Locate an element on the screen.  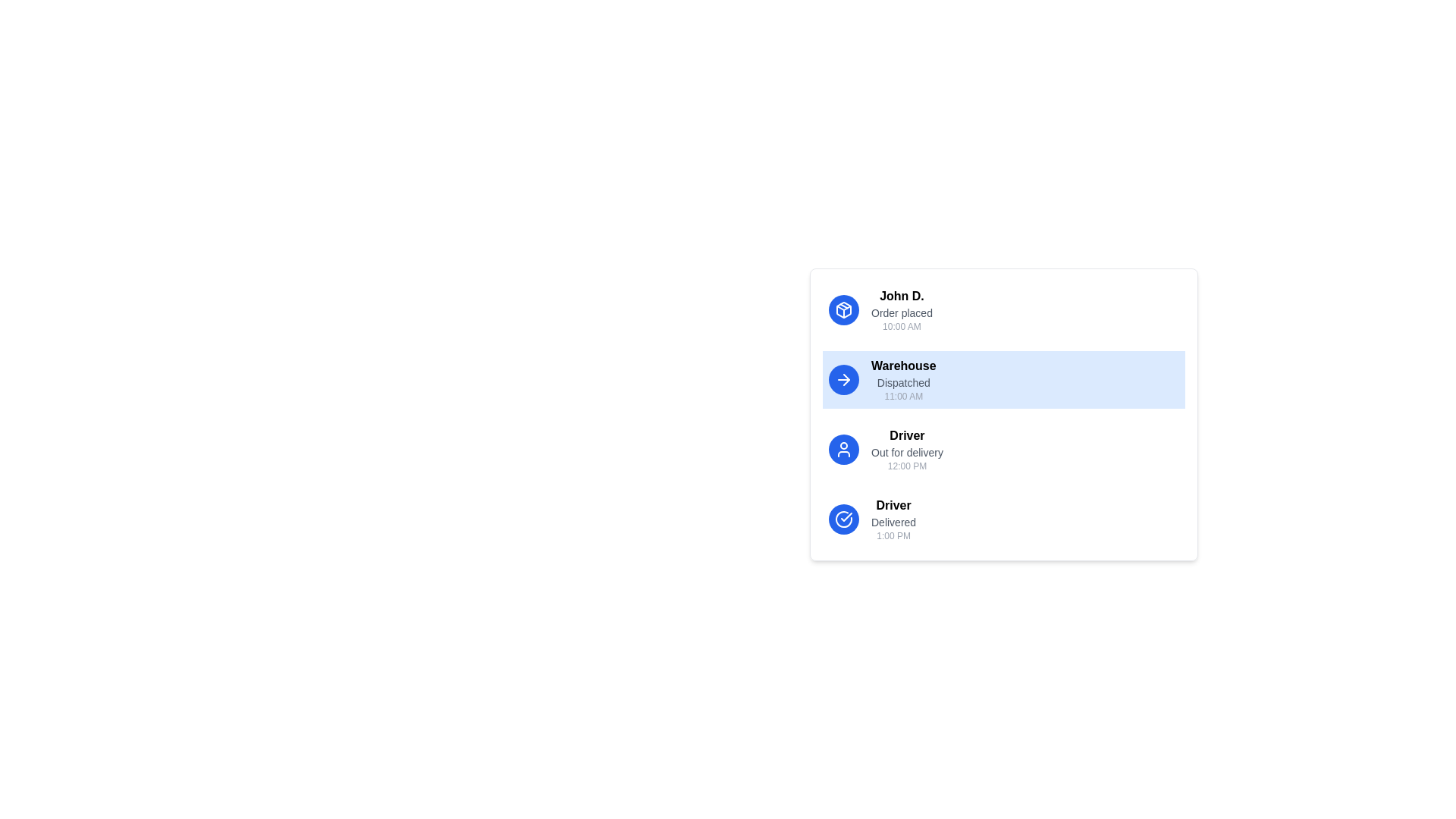
the bold text label displaying the word 'Driver', which is the primary text within the last item in the delivery progress list is located at coordinates (893, 506).